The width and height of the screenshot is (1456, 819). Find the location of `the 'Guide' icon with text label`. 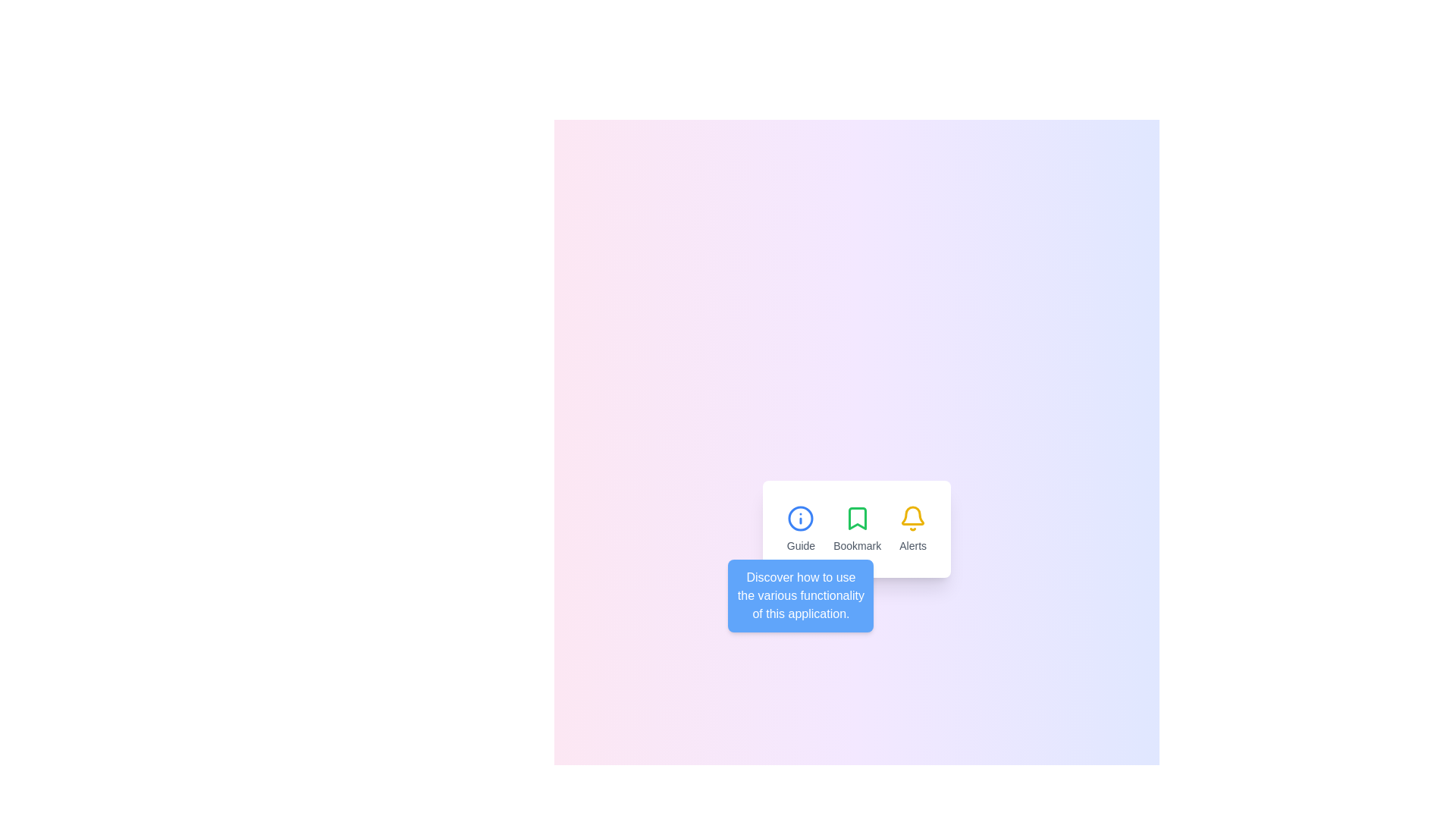

the 'Guide' icon with text label is located at coordinates (800, 529).